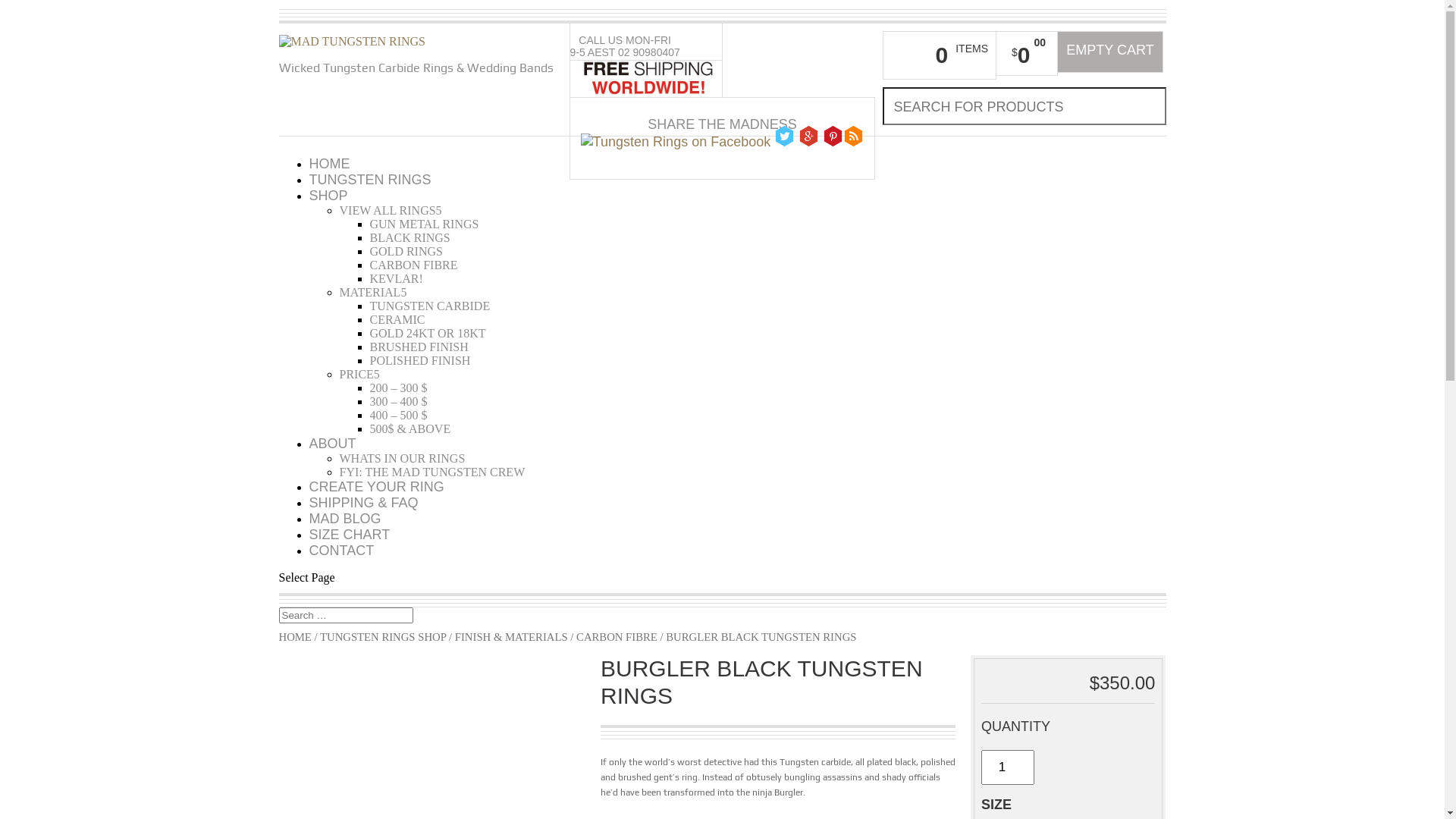 The width and height of the screenshot is (1456, 819). I want to click on 'FINISH & MATERIALS', so click(511, 637).